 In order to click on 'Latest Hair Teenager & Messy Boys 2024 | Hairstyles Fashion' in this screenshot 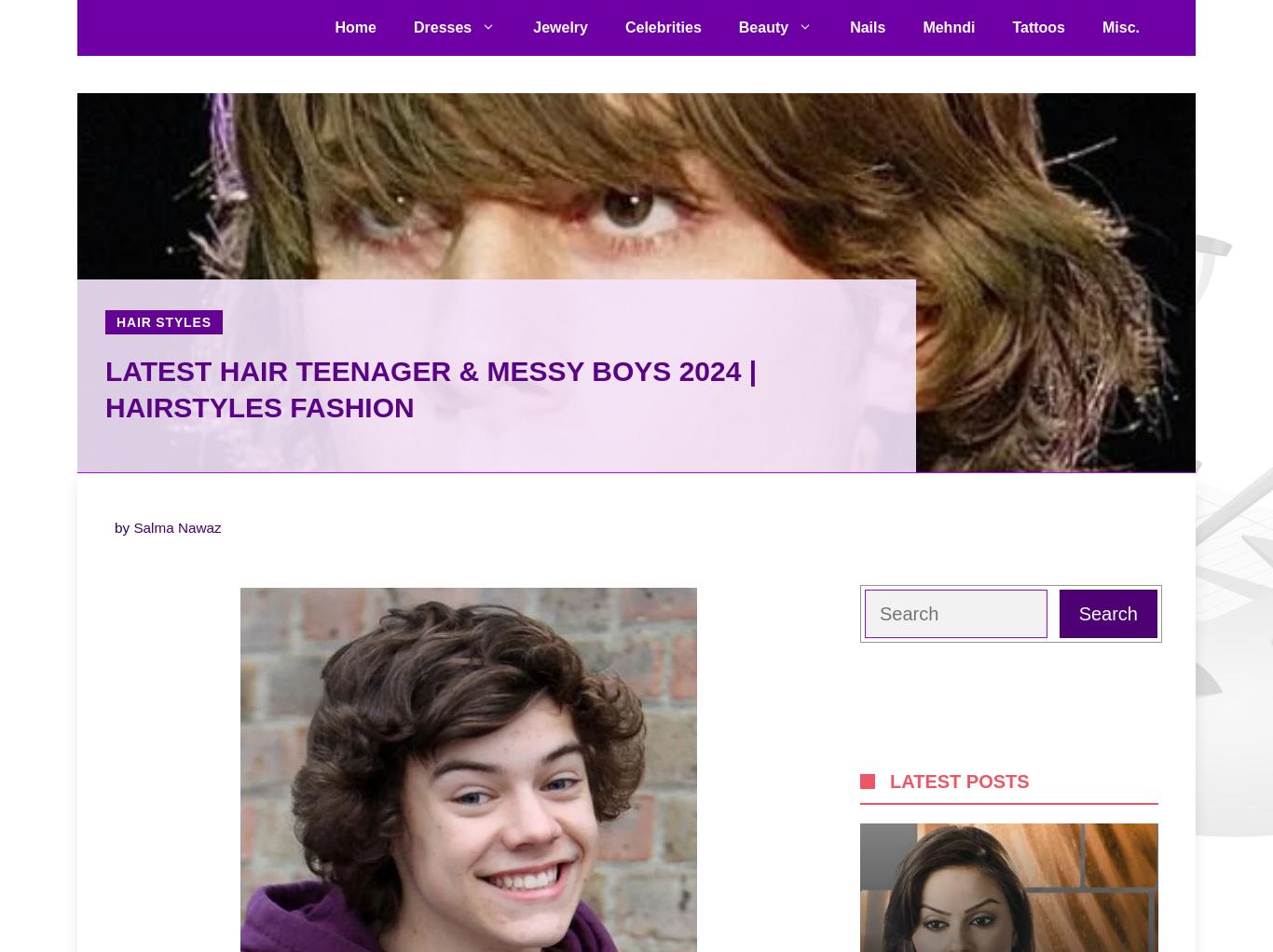, I will do `click(431, 388)`.